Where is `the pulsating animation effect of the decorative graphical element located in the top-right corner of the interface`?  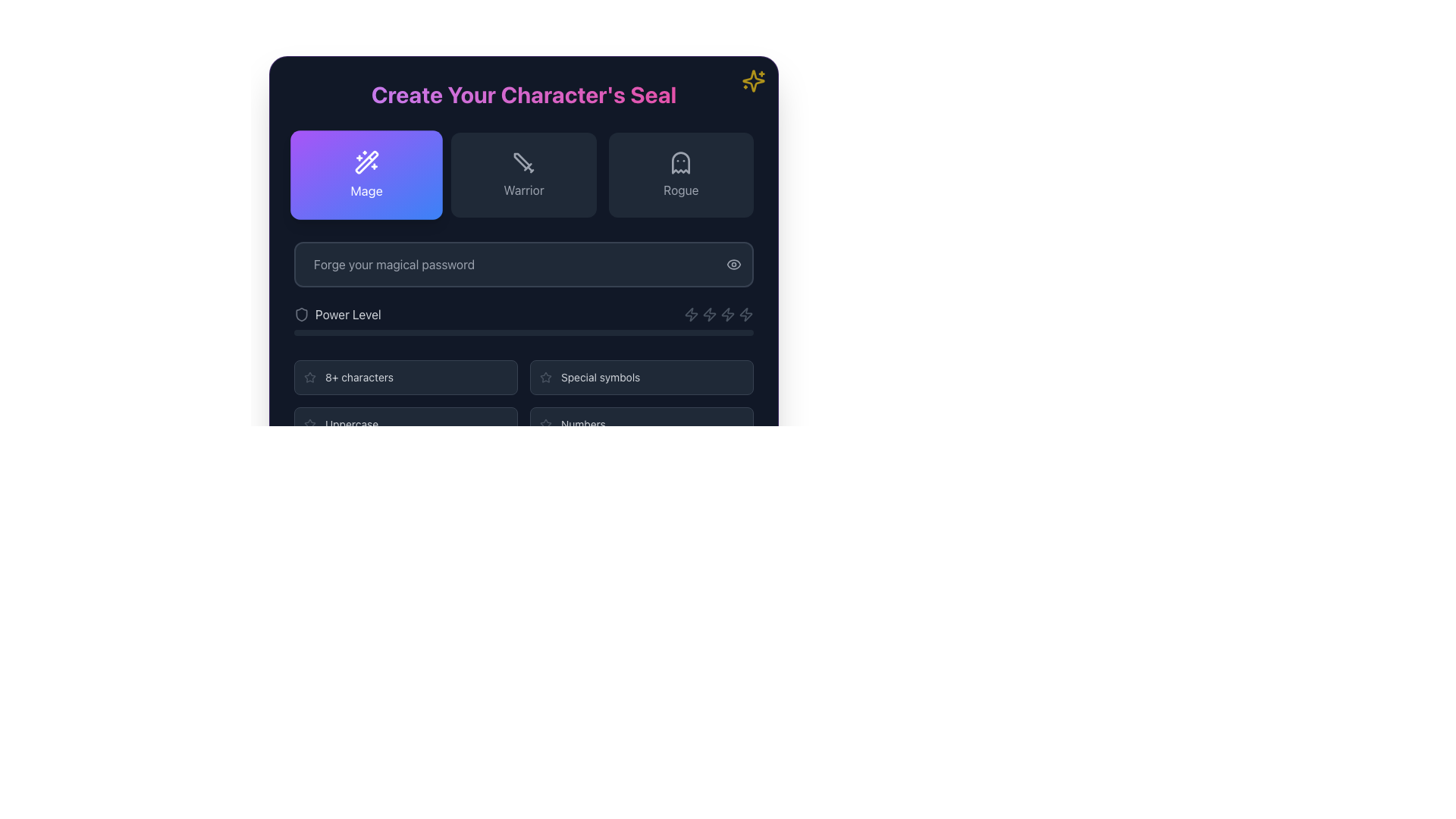 the pulsating animation effect of the decorative graphical element located in the top-right corner of the interface is located at coordinates (753, 81).